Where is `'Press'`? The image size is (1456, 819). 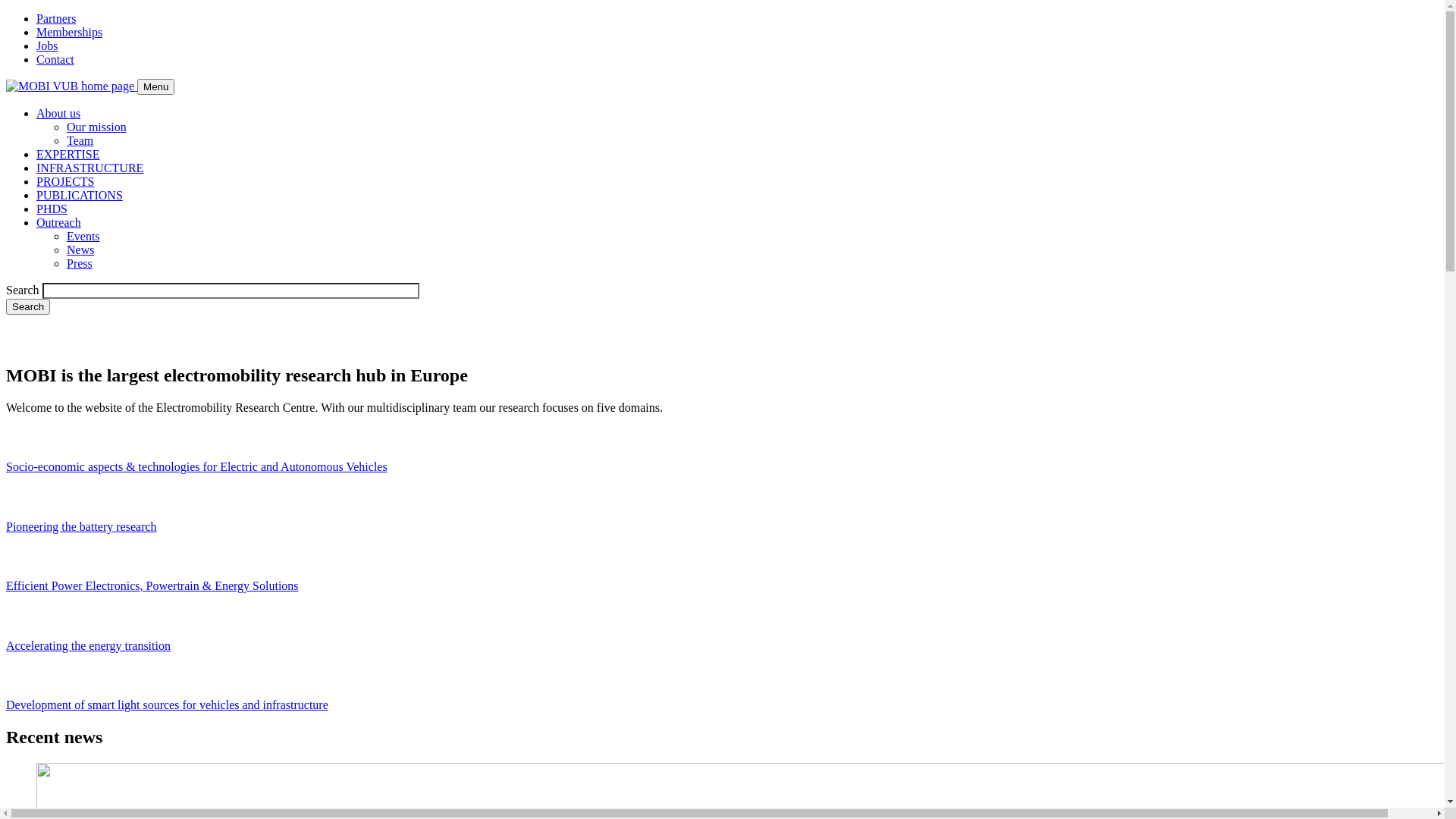
'Press' is located at coordinates (65, 262).